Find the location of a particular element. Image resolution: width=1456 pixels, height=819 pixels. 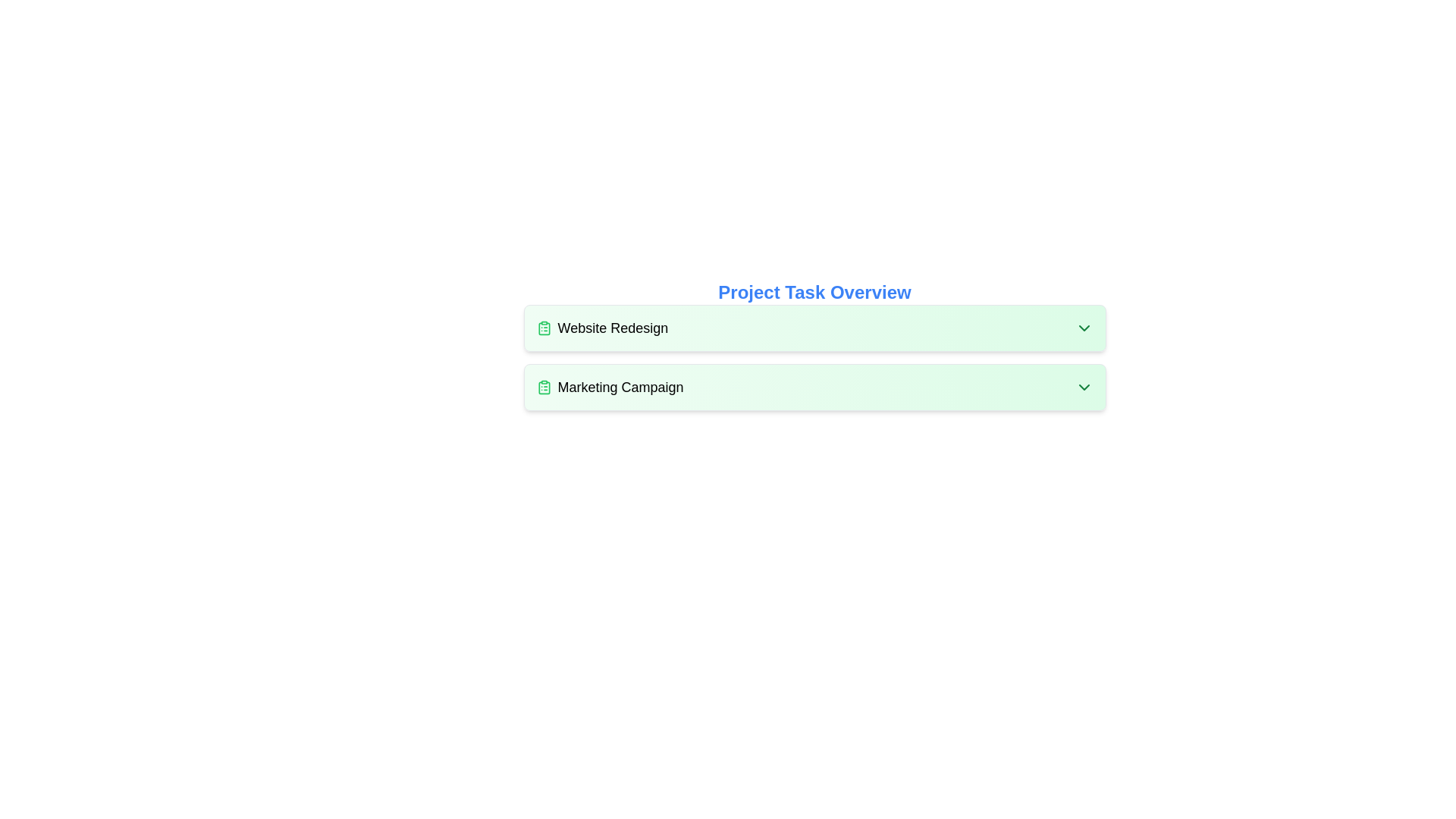

the clipboard outline icon located in the middle section of the 'Marketing Campaign' list item is located at coordinates (544, 387).